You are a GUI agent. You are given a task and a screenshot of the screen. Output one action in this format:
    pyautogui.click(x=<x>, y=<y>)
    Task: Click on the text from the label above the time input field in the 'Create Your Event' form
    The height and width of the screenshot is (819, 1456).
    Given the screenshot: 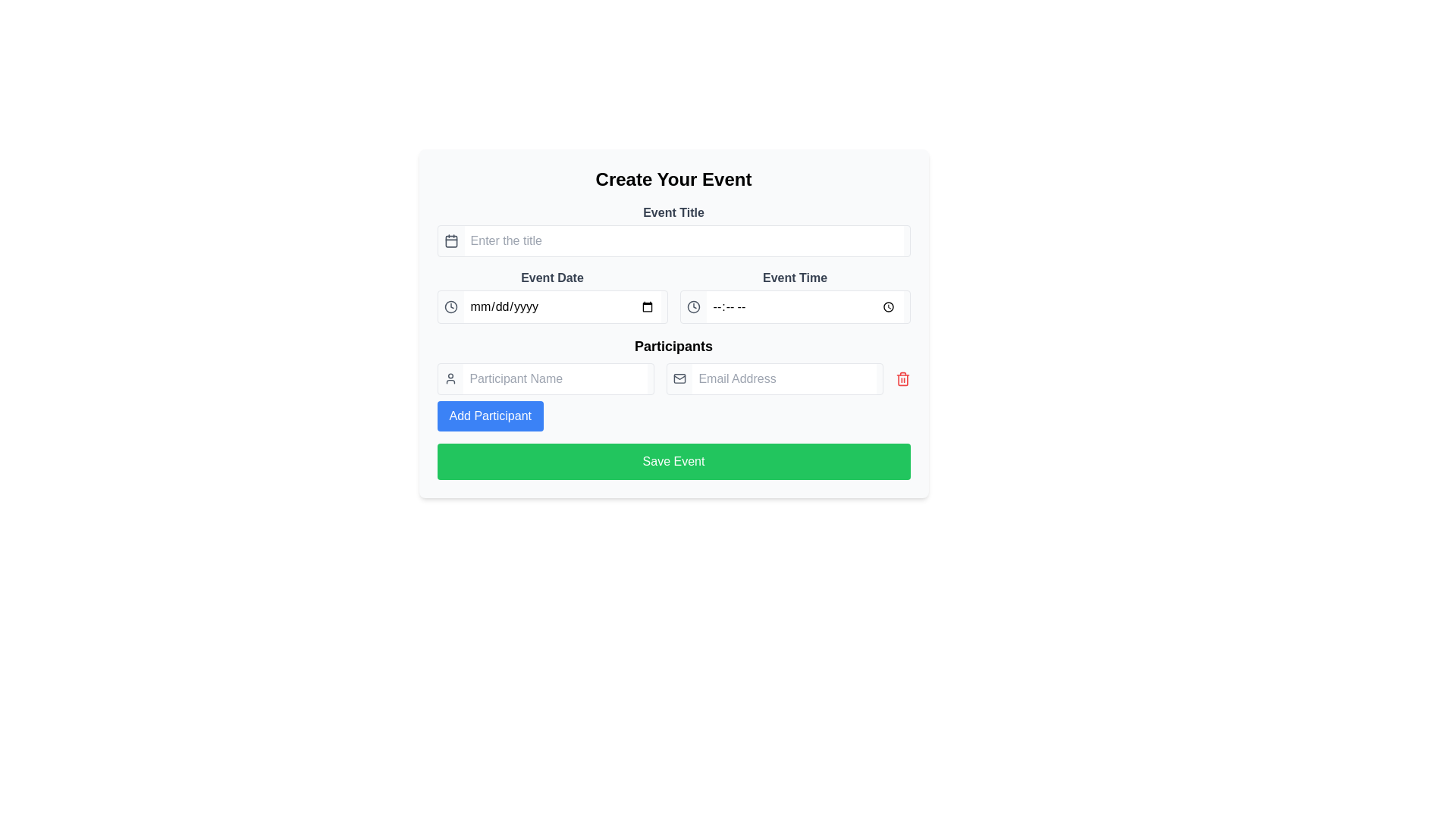 What is the action you would take?
    pyautogui.click(x=794, y=278)
    